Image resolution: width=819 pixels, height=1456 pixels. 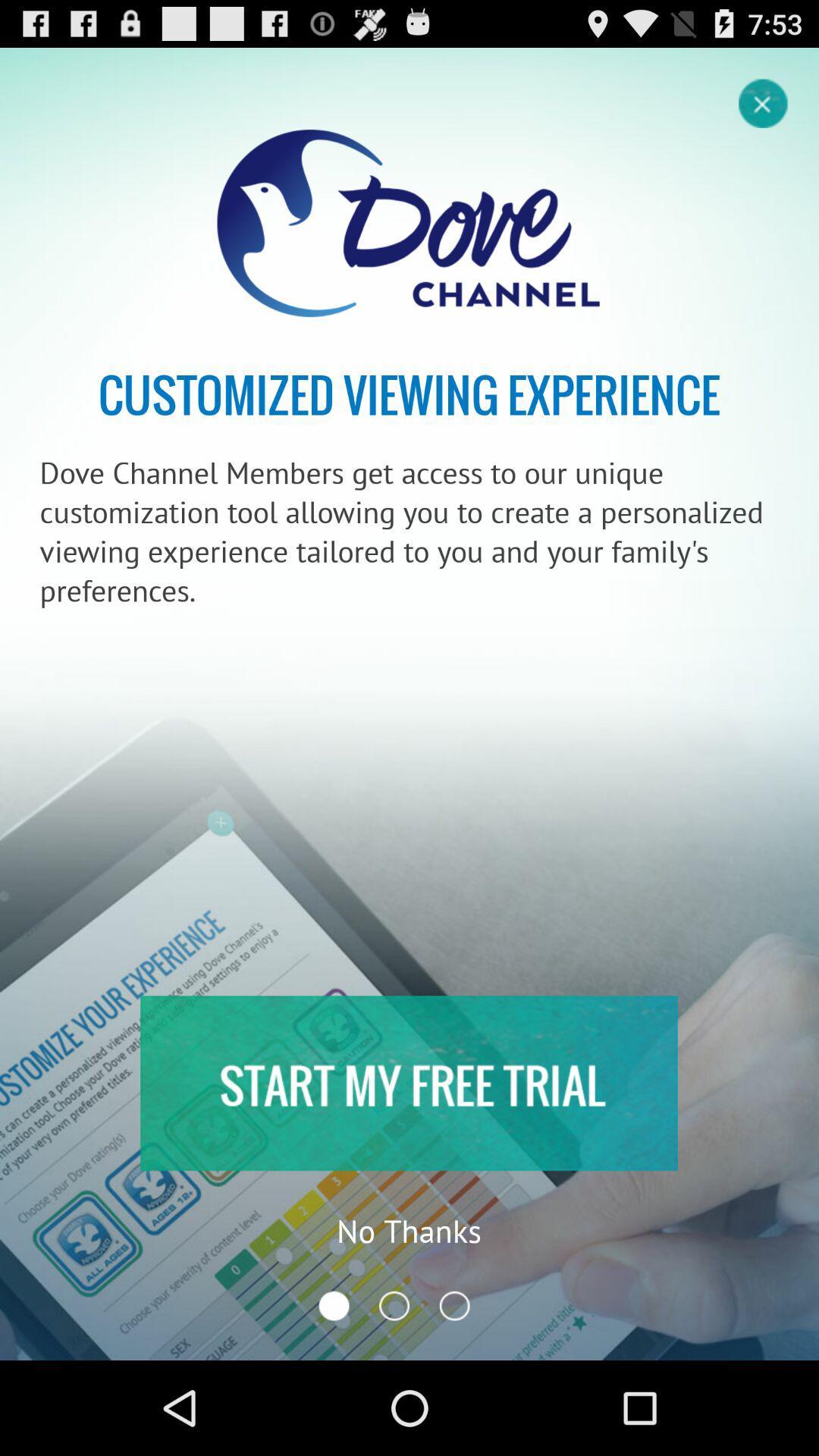 I want to click on screen, so click(x=764, y=102).